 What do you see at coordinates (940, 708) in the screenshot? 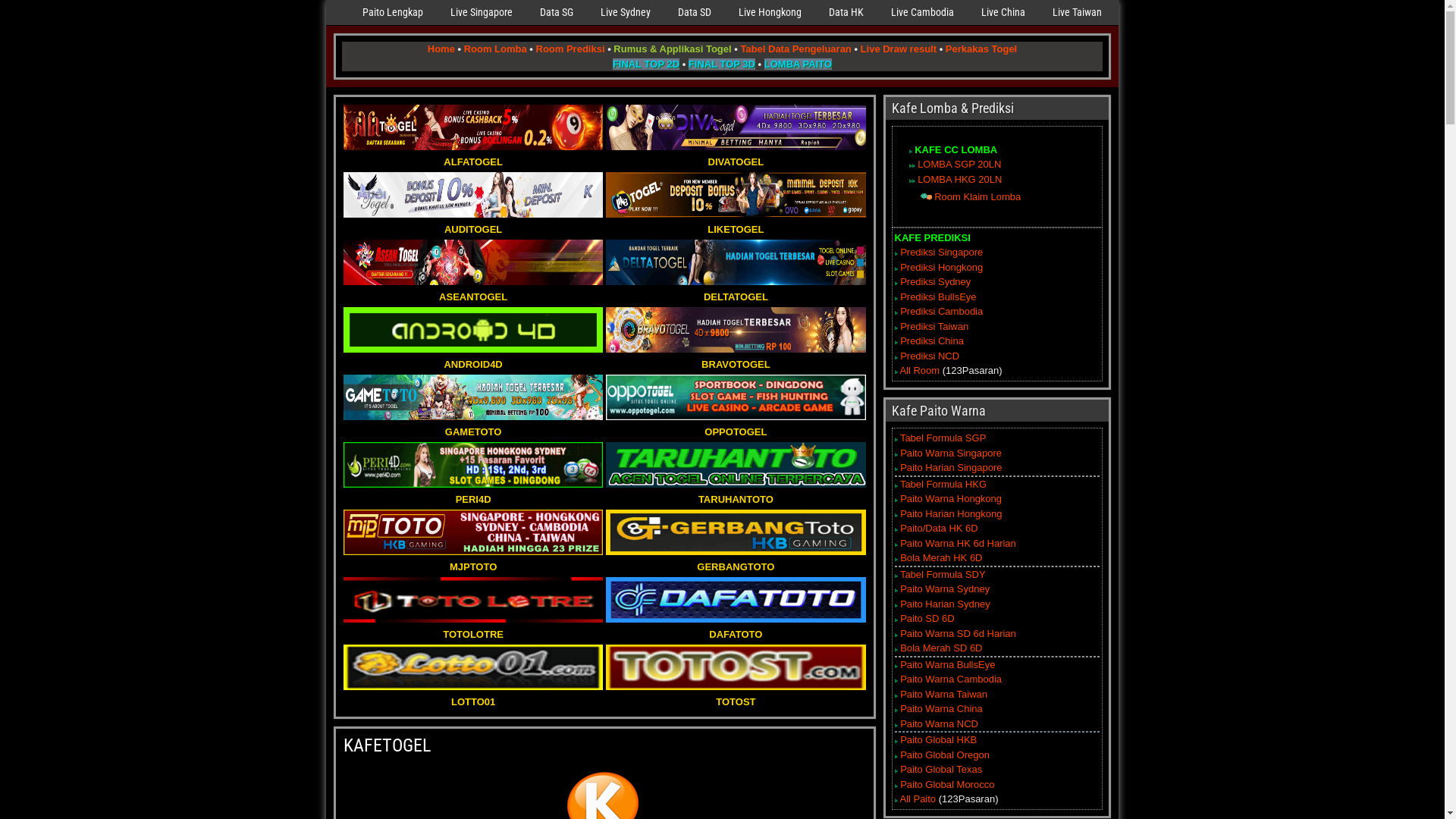
I see `'Paito Warna China'` at bounding box center [940, 708].